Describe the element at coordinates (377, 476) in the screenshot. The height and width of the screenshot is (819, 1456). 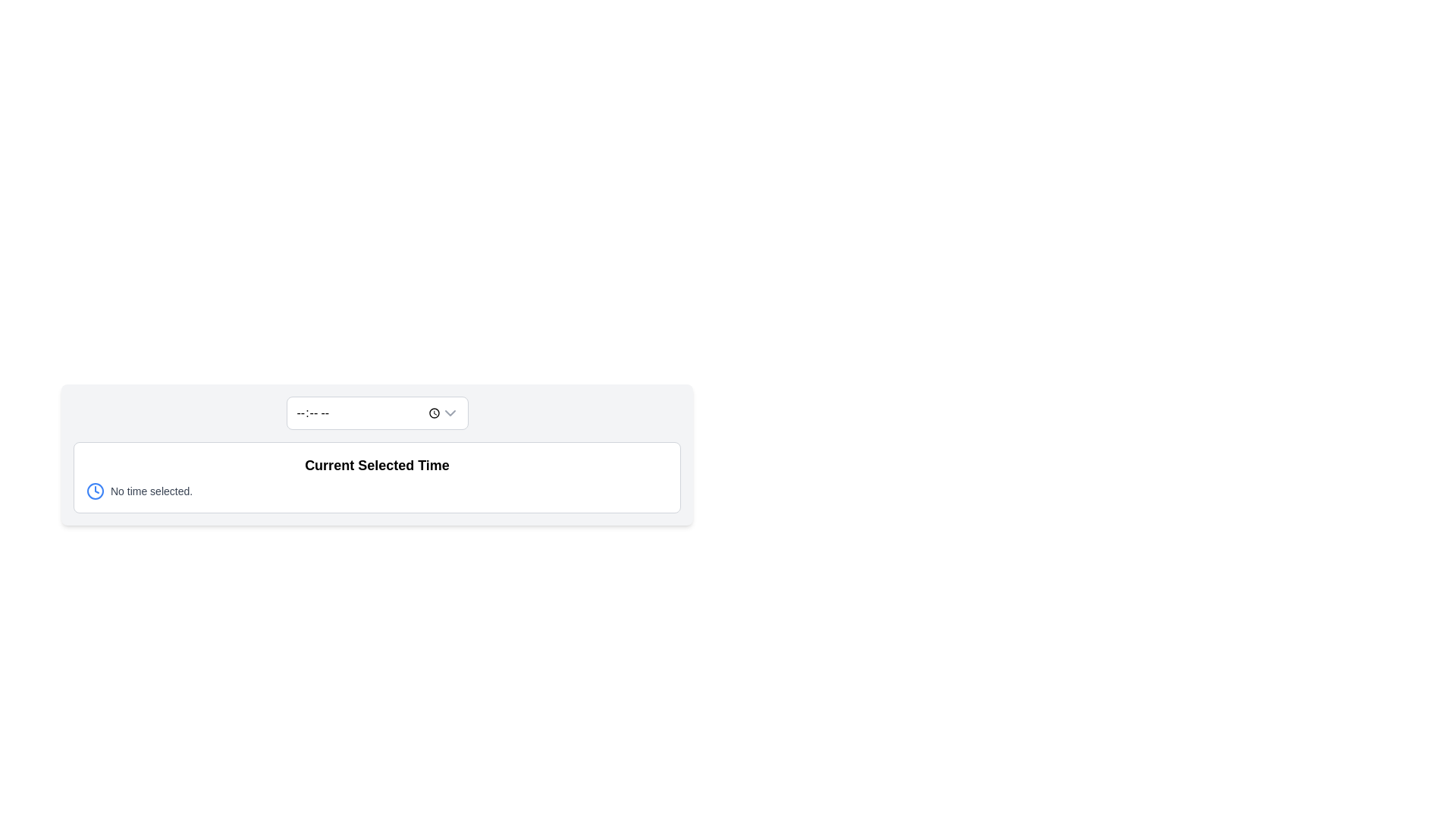
I see `the Informational display box that contains the text 'Current Selected Time' and the message 'No time selected.' with a blue clock icon` at that location.